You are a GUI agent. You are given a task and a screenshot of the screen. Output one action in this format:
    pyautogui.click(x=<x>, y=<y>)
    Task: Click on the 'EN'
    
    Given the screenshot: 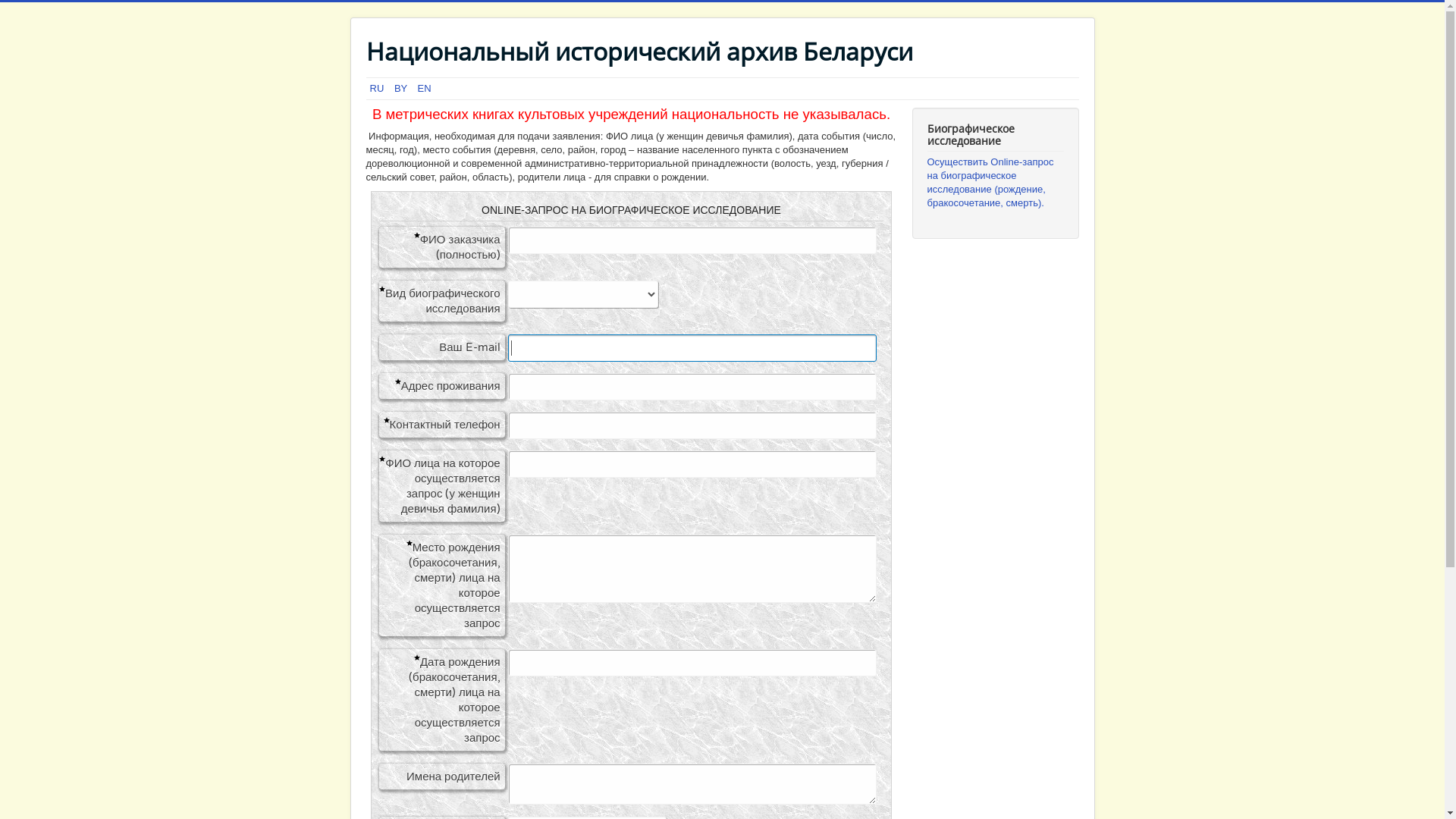 What is the action you would take?
    pyautogui.click(x=425, y=88)
    